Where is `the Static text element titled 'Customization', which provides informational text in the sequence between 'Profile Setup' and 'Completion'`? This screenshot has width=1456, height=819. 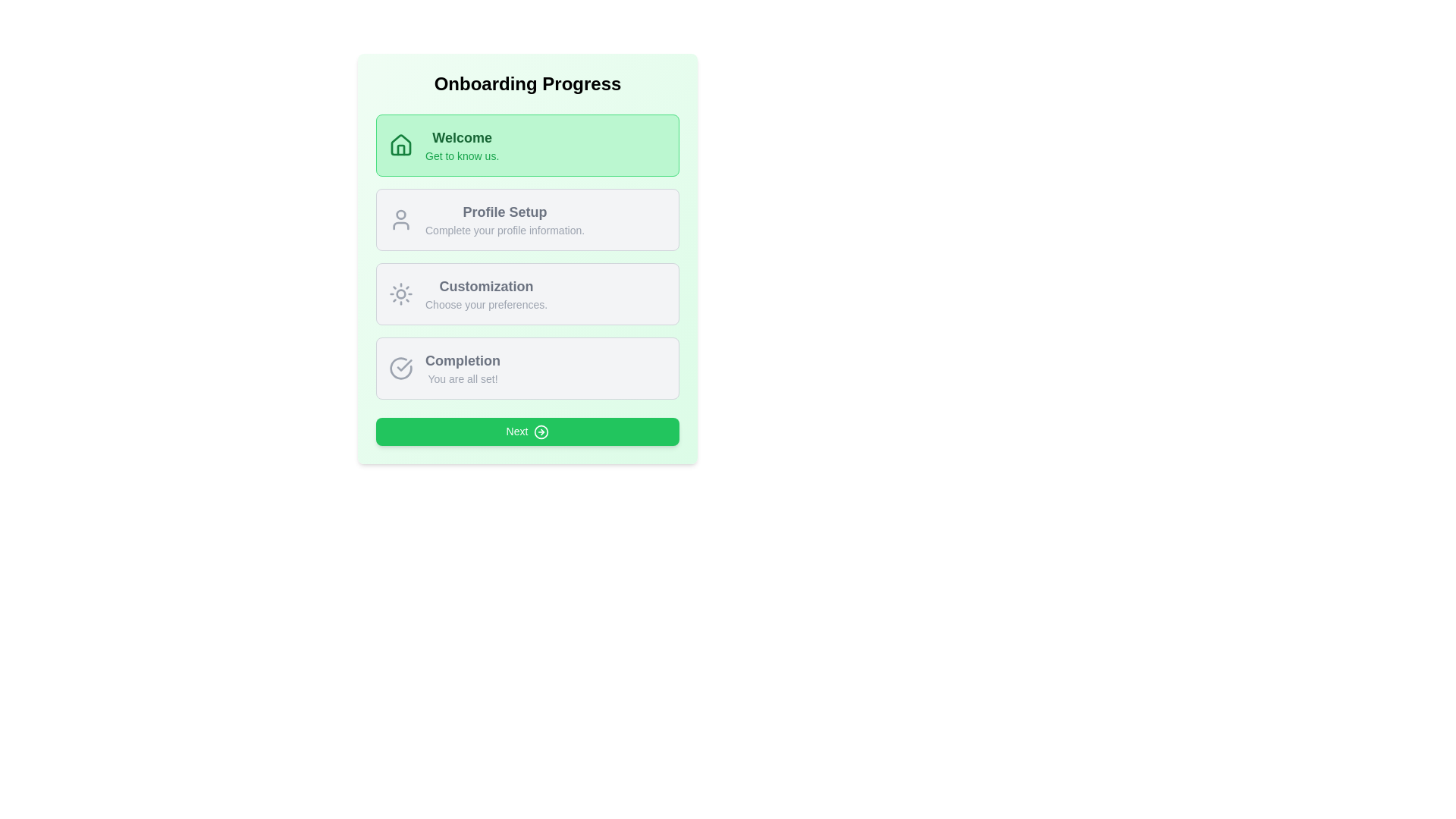
the Static text element titled 'Customization', which provides informational text in the sequence between 'Profile Setup' and 'Completion' is located at coordinates (486, 294).